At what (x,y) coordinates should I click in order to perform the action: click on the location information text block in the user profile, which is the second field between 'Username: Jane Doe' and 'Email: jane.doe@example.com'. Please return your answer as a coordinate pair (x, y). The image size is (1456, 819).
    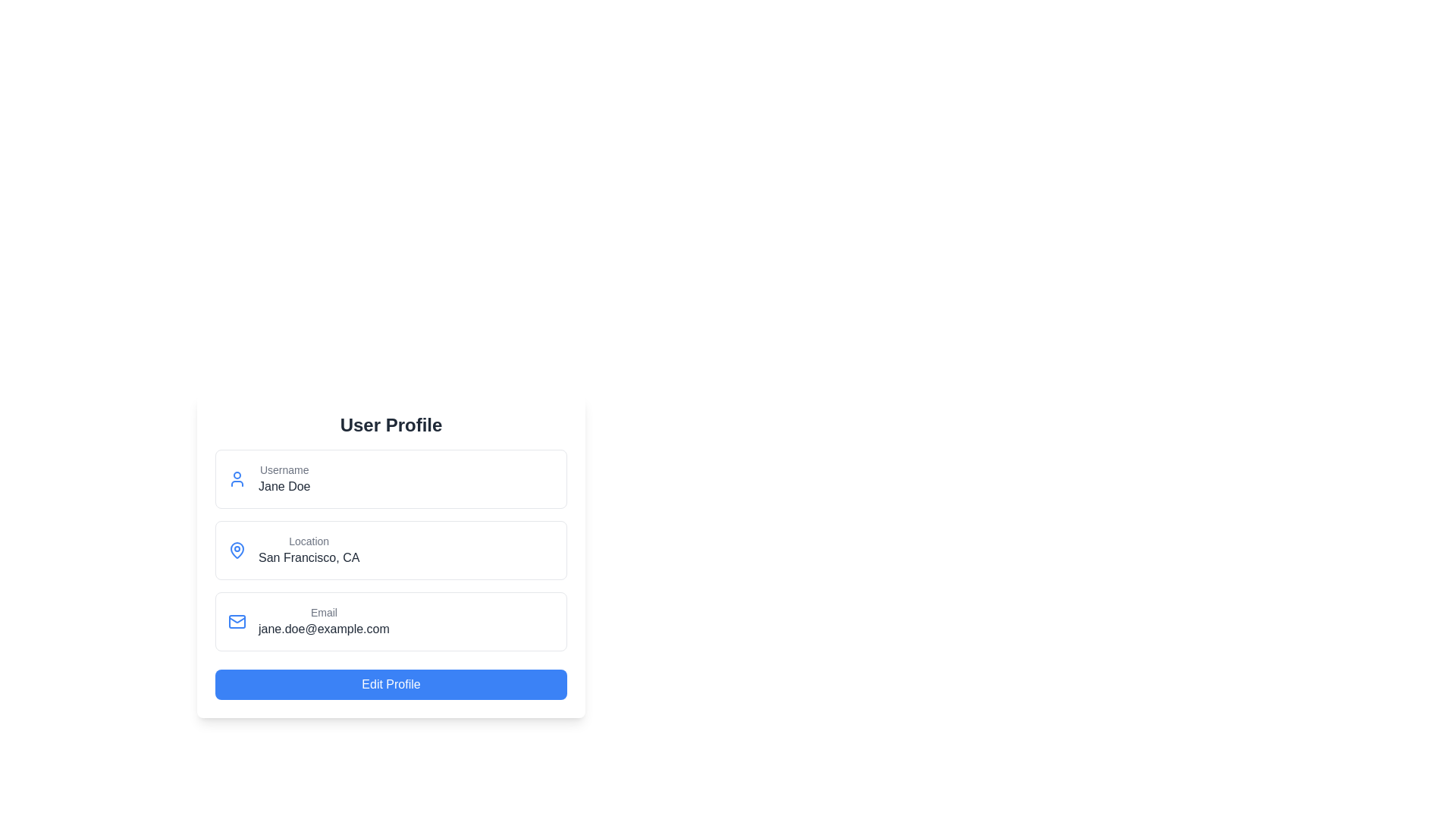
    Looking at the image, I should click on (308, 550).